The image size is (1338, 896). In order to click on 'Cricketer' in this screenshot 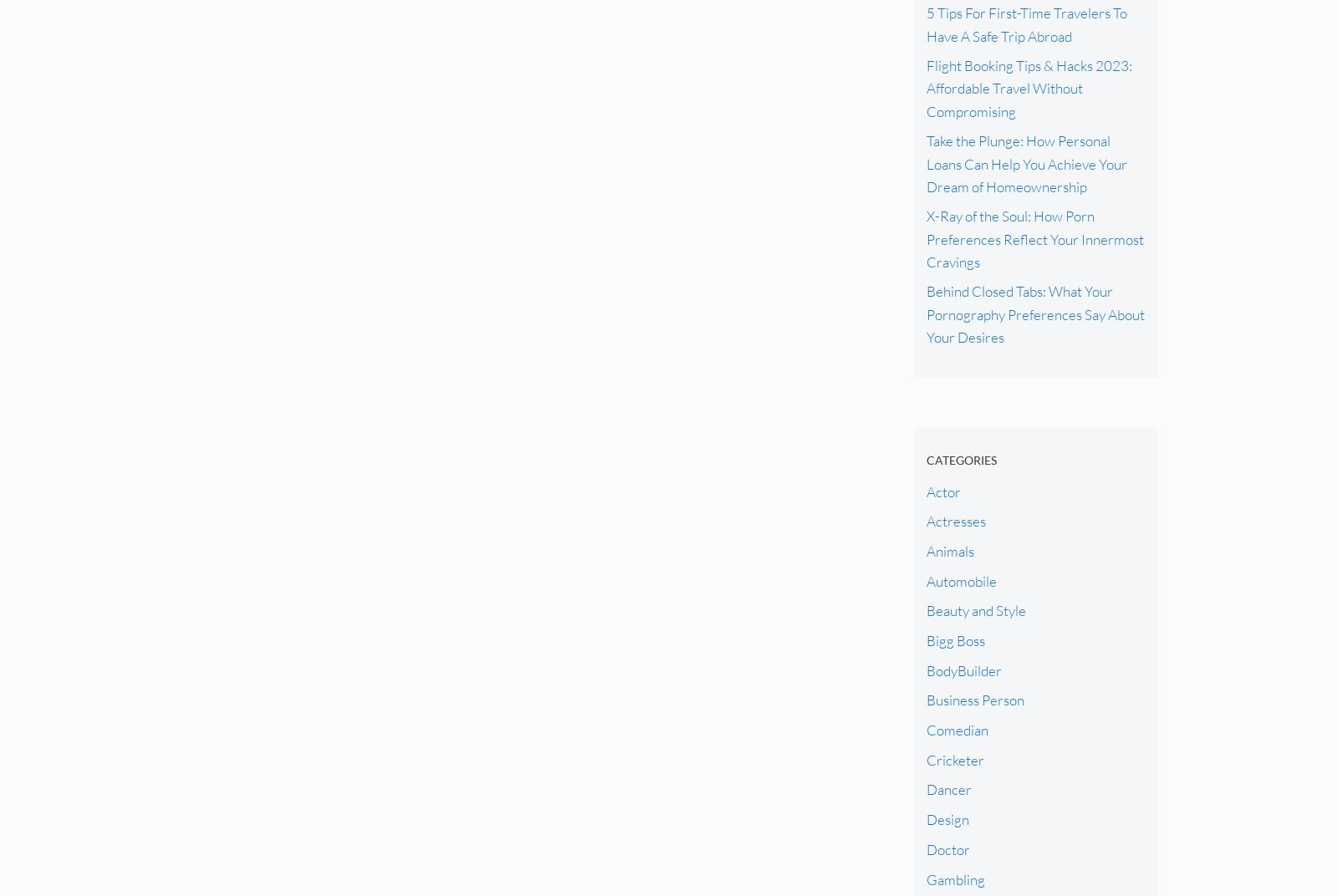, I will do `click(956, 759)`.